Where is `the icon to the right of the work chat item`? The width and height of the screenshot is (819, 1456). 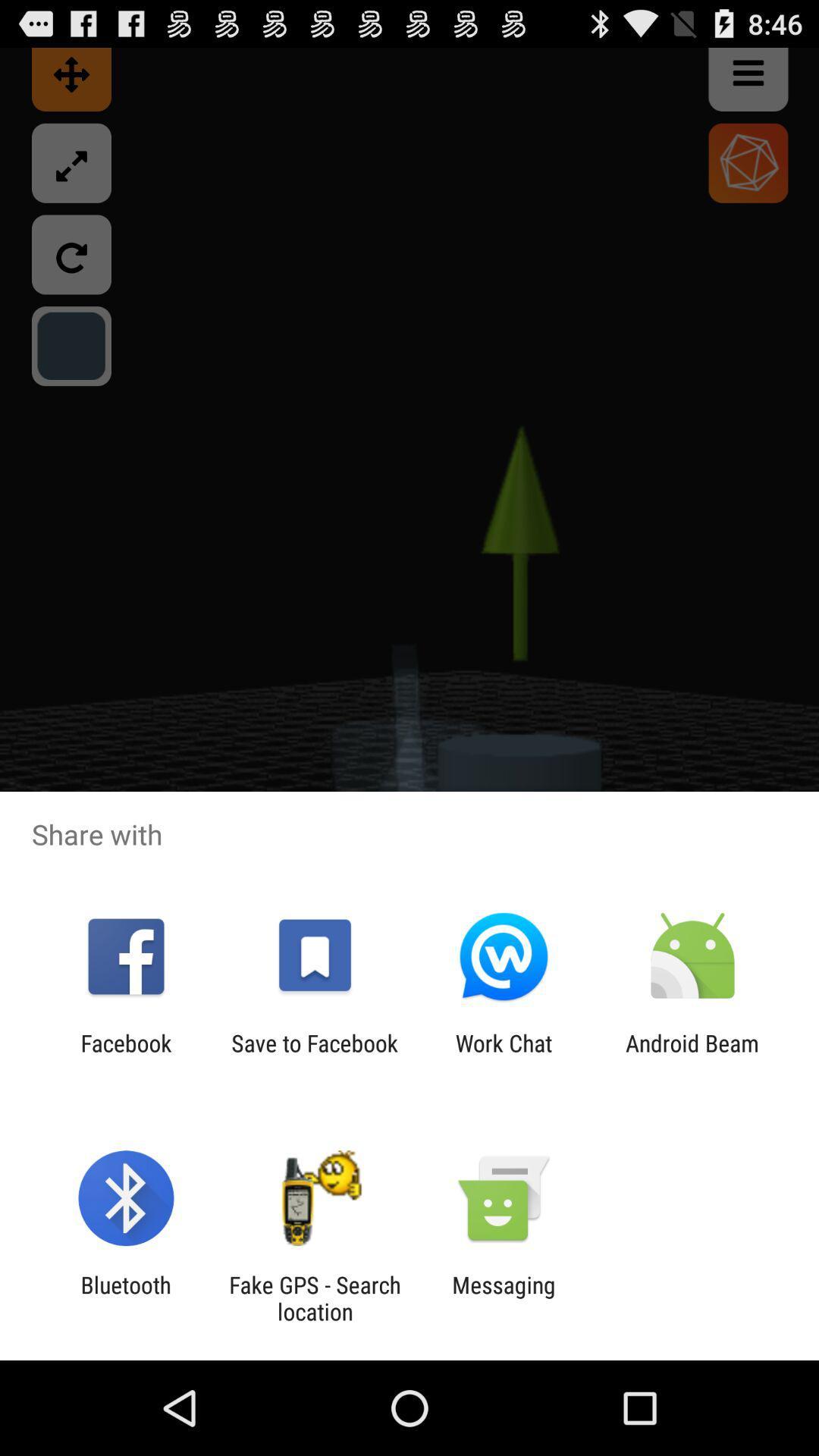 the icon to the right of the work chat item is located at coordinates (692, 1056).